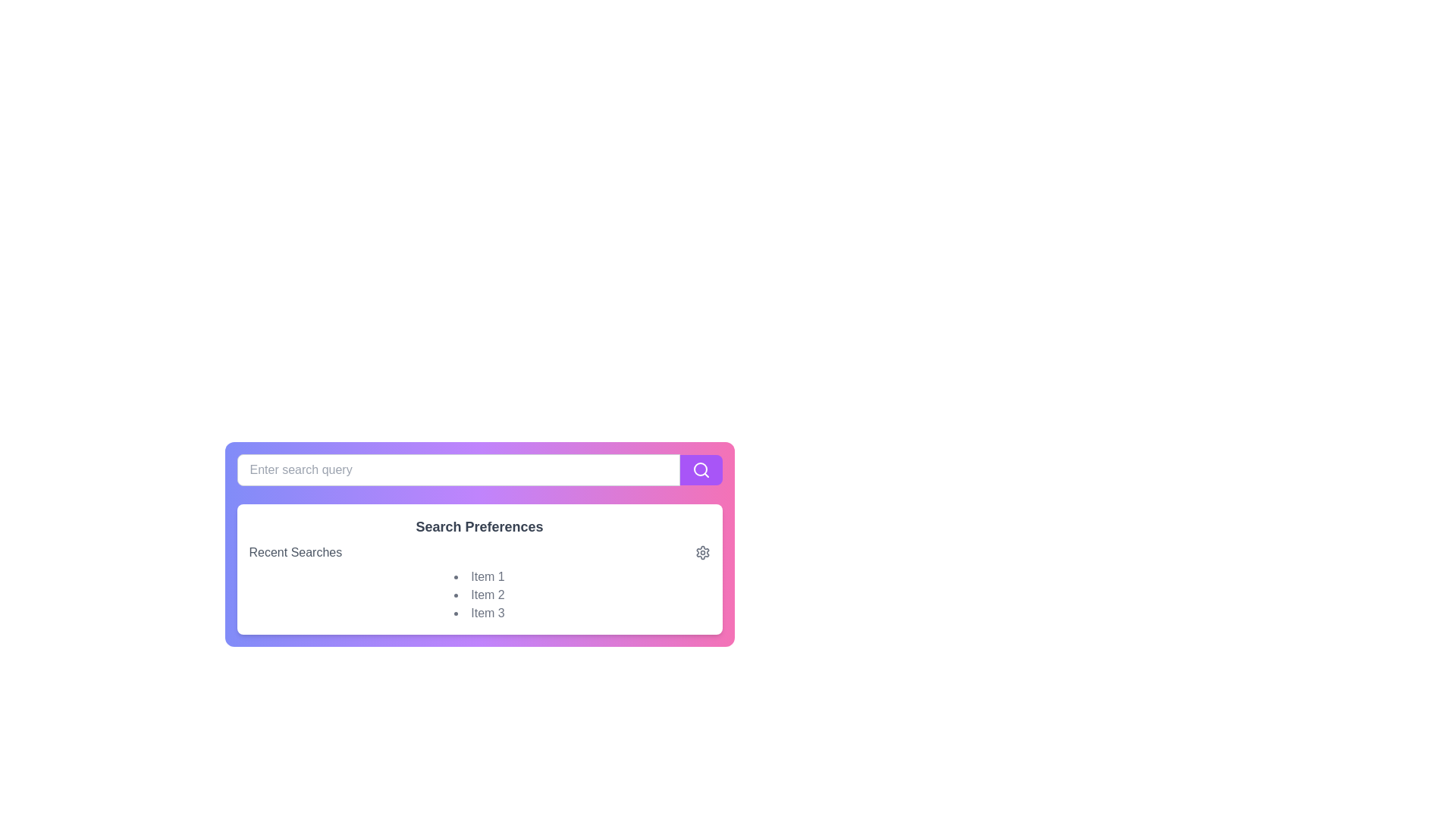 This screenshot has height=819, width=1456. I want to click on the 'Search Preferences' text label, which is bold, large, gray, and serves as a header above 'Recent Searches', so click(479, 526).